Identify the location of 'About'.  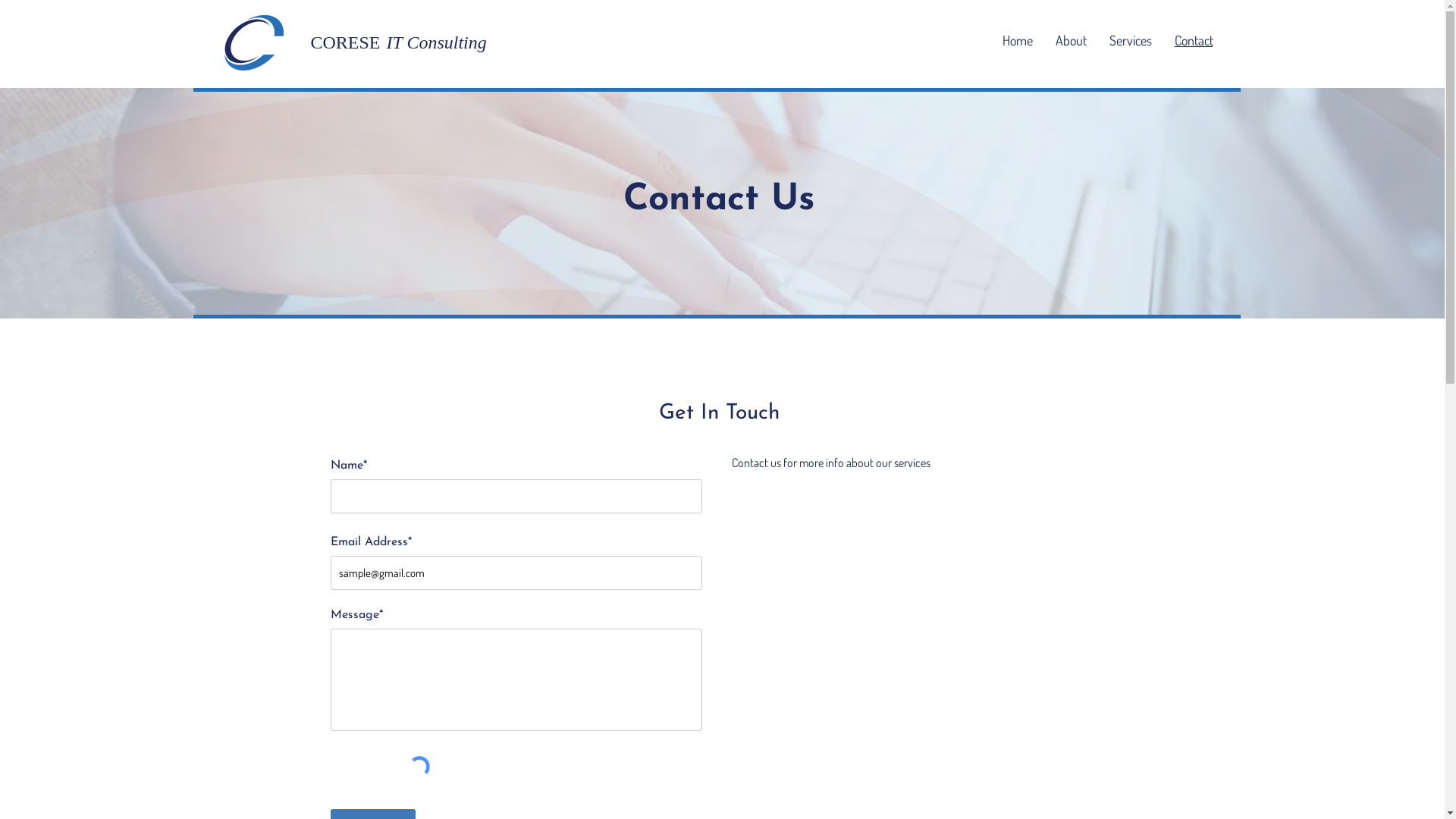
(1069, 39).